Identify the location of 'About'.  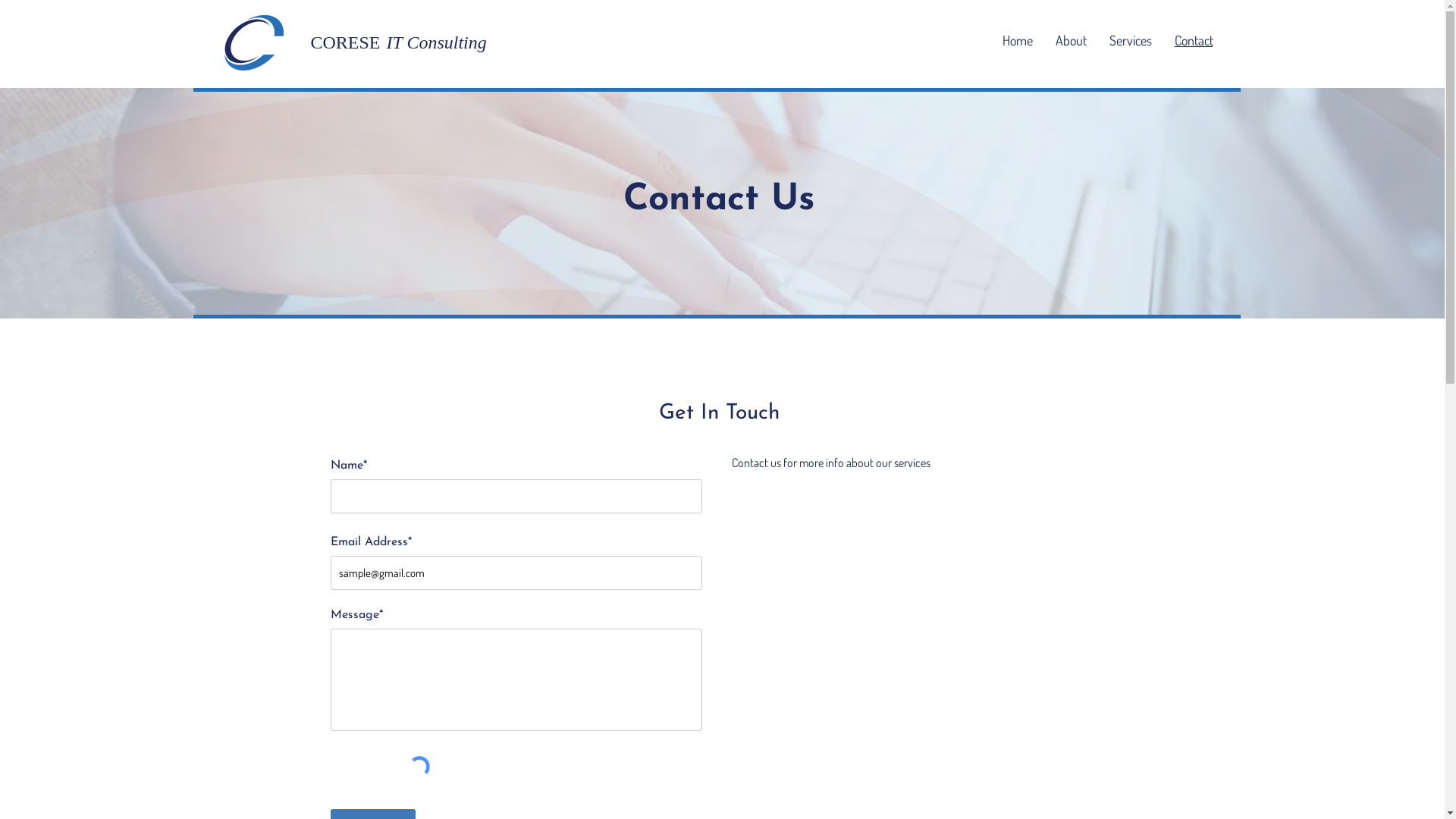
(1069, 39).